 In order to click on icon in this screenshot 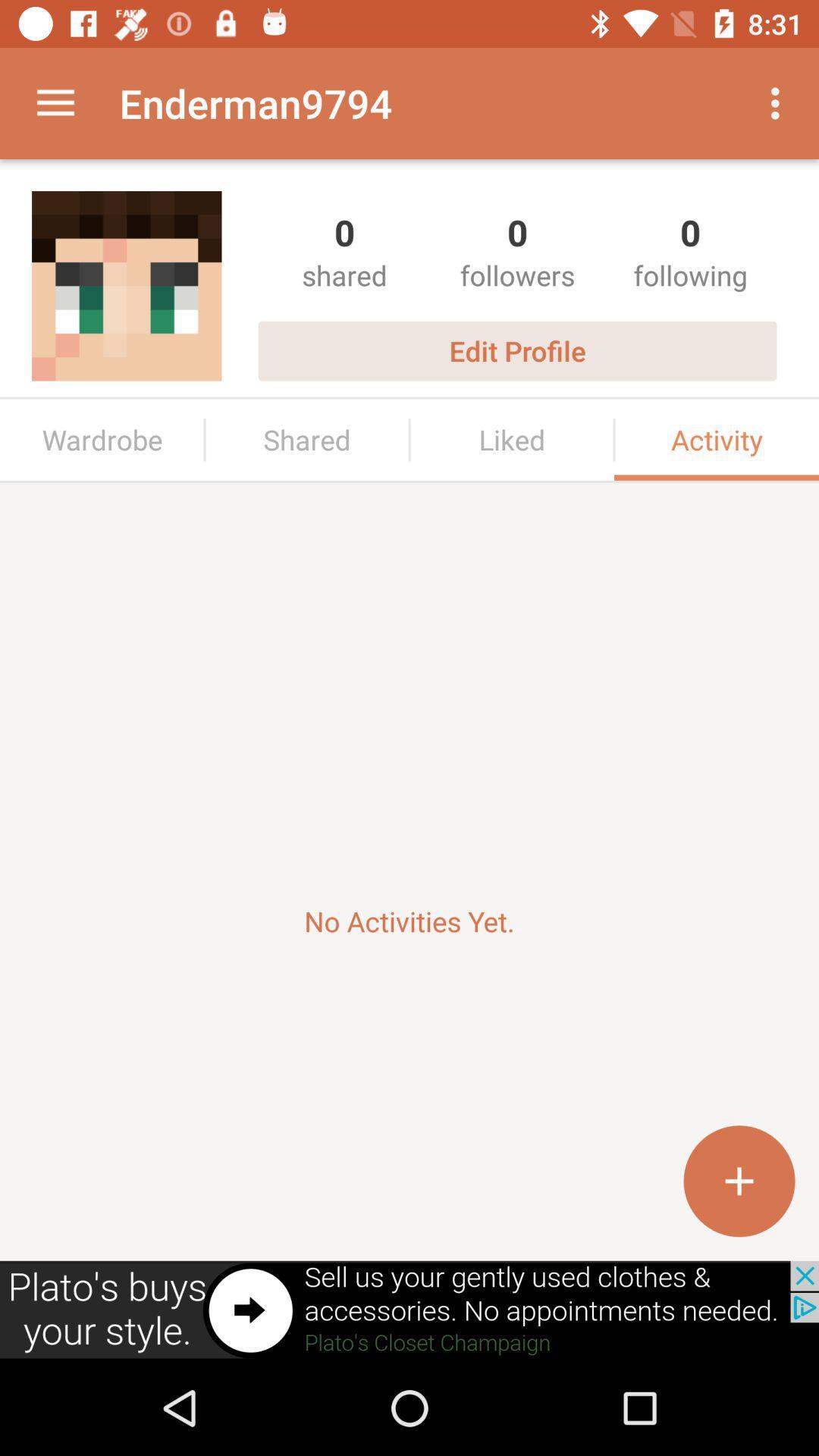, I will do `click(739, 1180)`.